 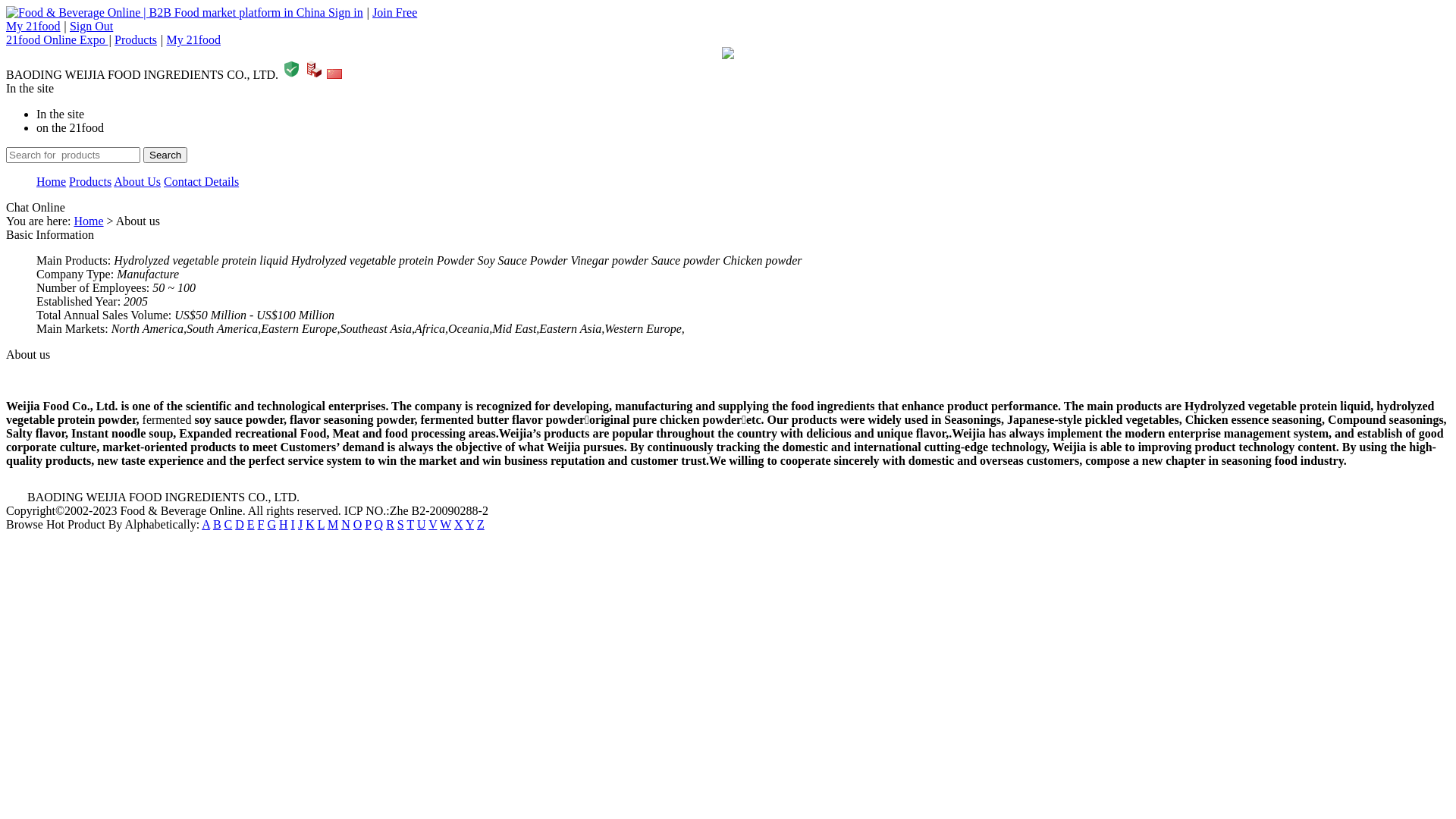 What do you see at coordinates (409, 523) in the screenshot?
I see `'T'` at bounding box center [409, 523].